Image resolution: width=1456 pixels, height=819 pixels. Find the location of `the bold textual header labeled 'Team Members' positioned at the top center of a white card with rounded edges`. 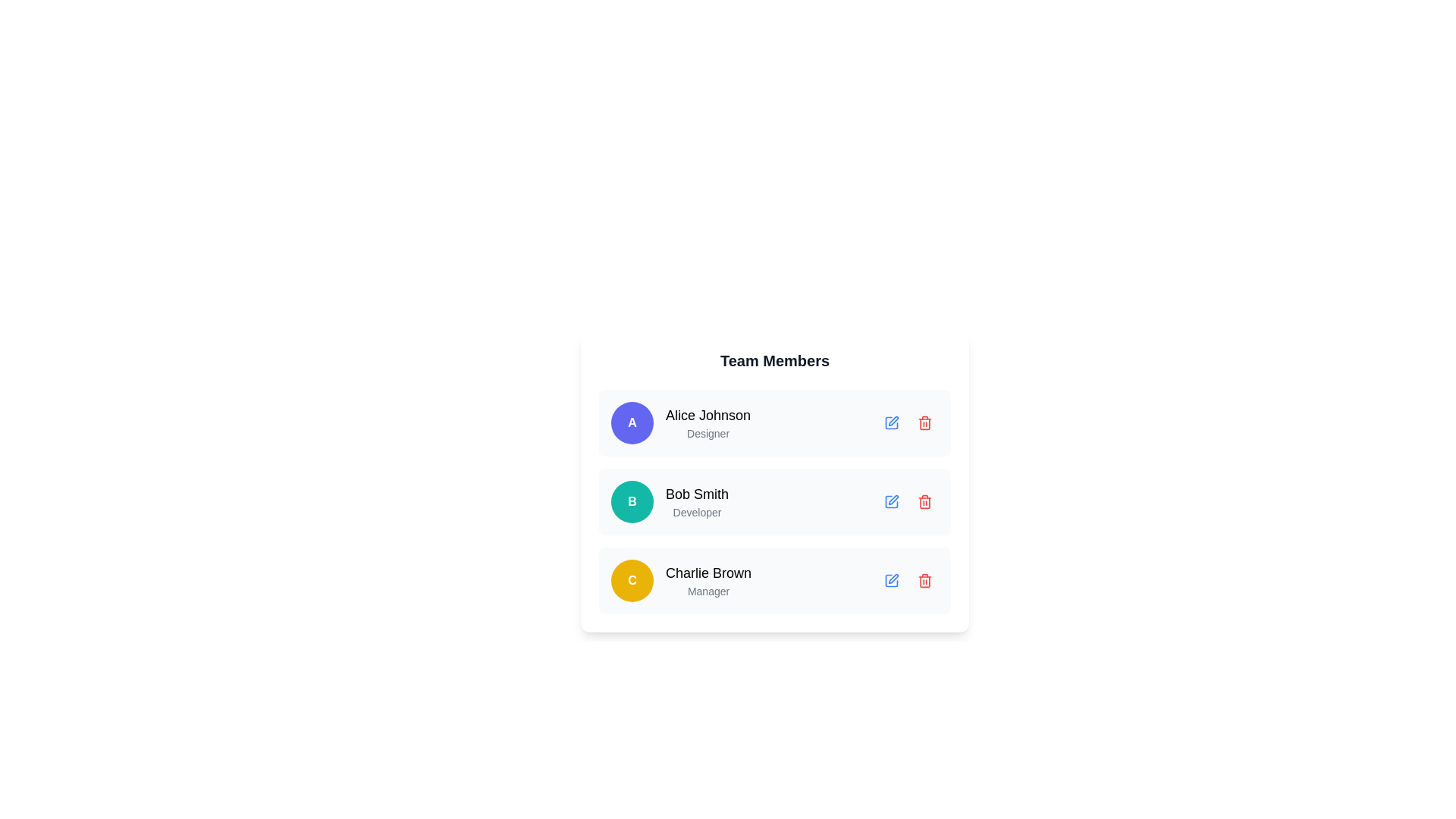

the bold textual header labeled 'Team Members' positioned at the top center of a white card with rounded edges is located at coordinates (775, 360).